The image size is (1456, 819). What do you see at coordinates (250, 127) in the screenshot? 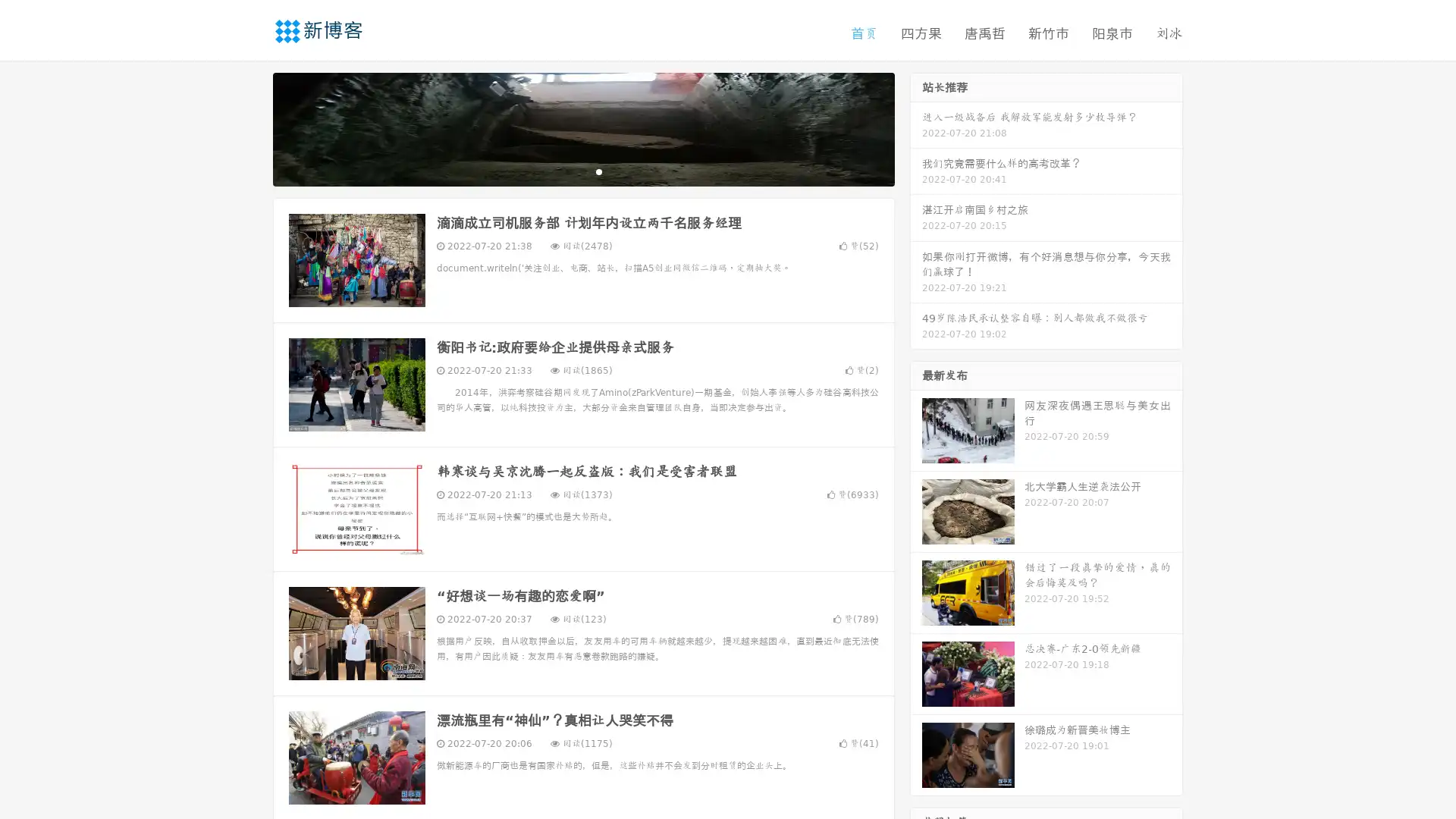
I see `Previous slide` at bounding box center [250, 127].